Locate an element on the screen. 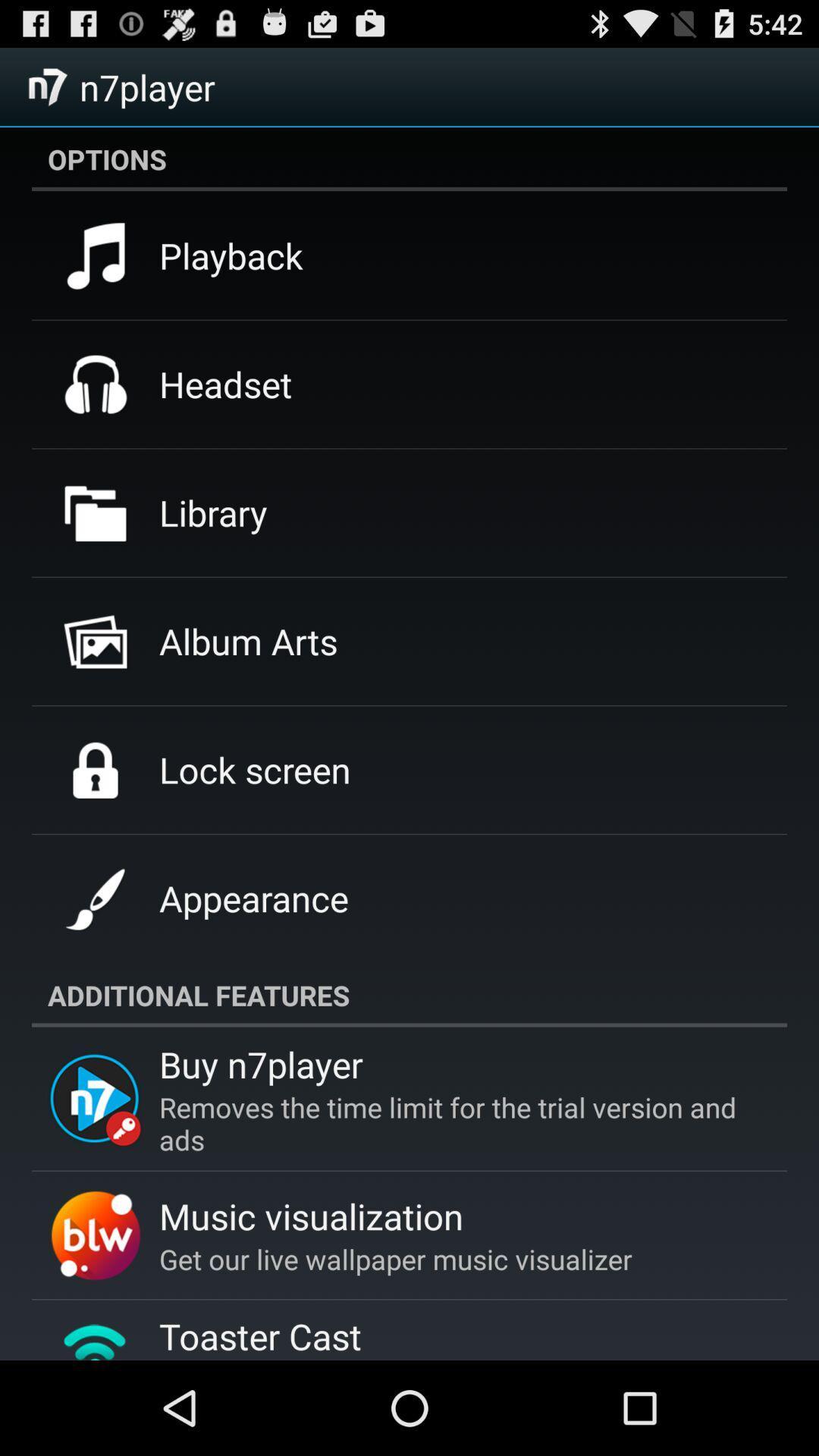 This screenshot has width=819, height=1456. icon above library icon is located at coordinates (225, 384).